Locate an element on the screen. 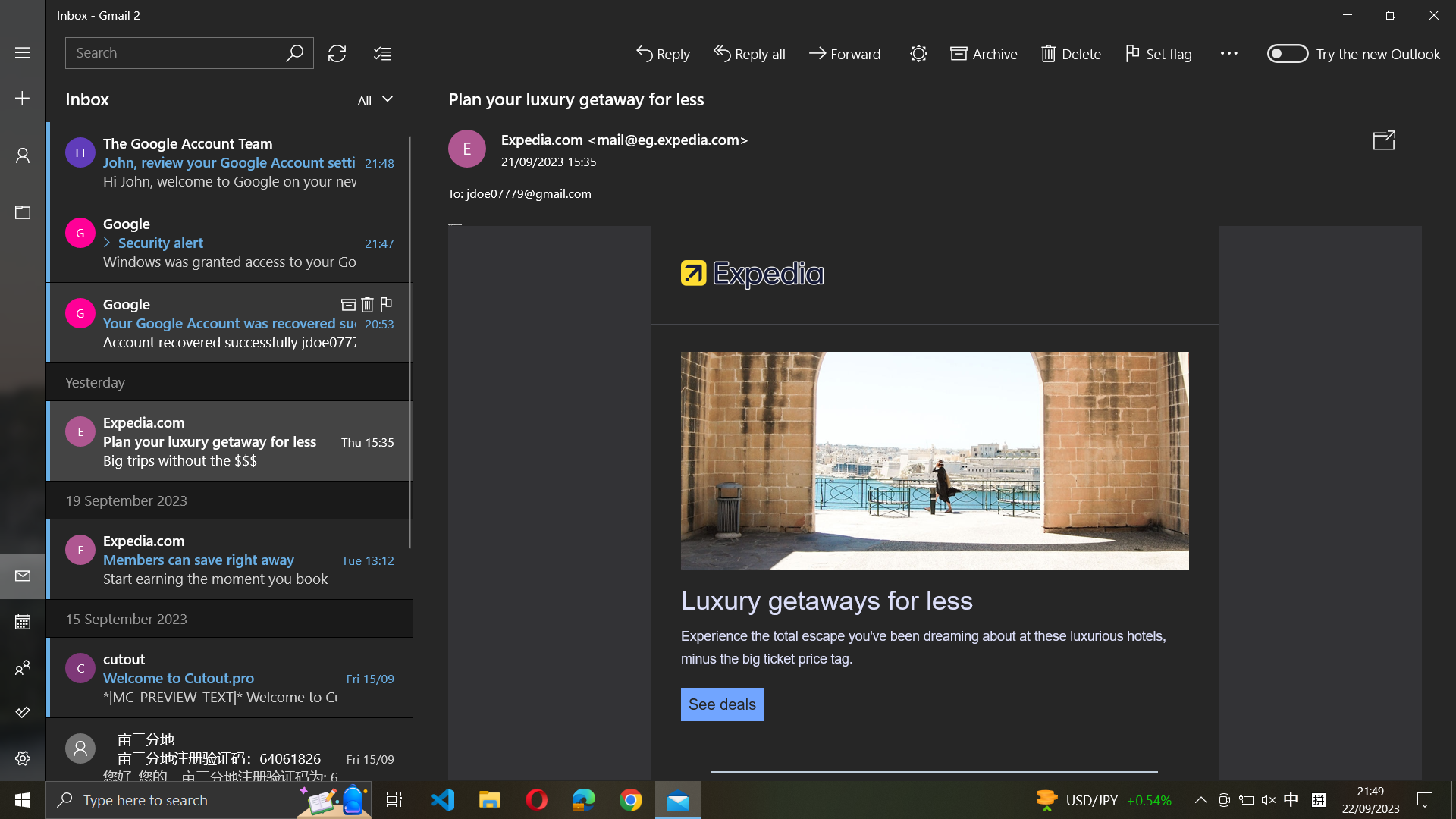 The height and width of the screenshot is (819, 1456). Forward mail from Expedia.com is located at coordinates (227, 439).